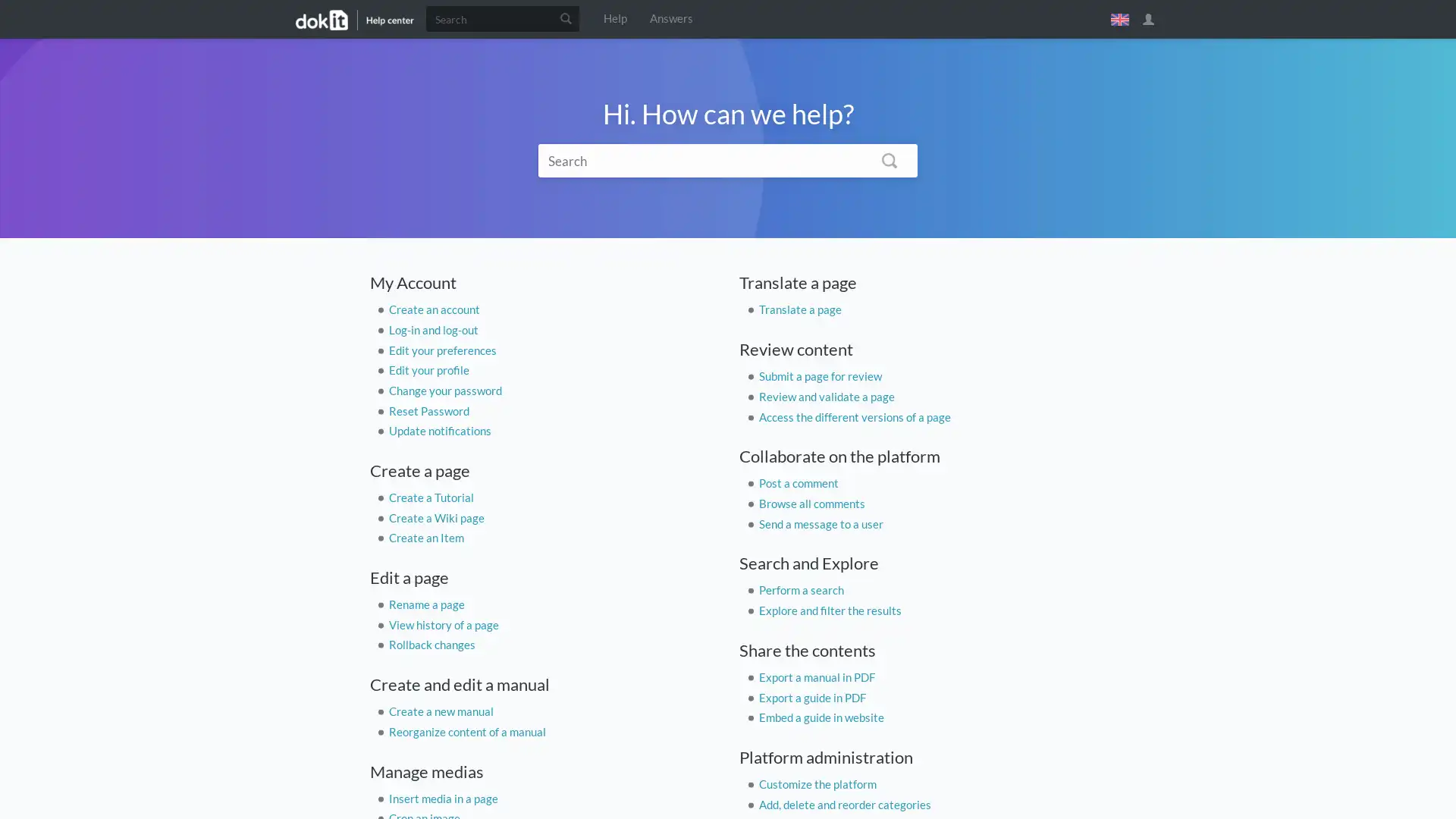  What do you see at coordinates (889, 160) in the screenshot?
I see `Search full text` at bounding box center [889, 160].